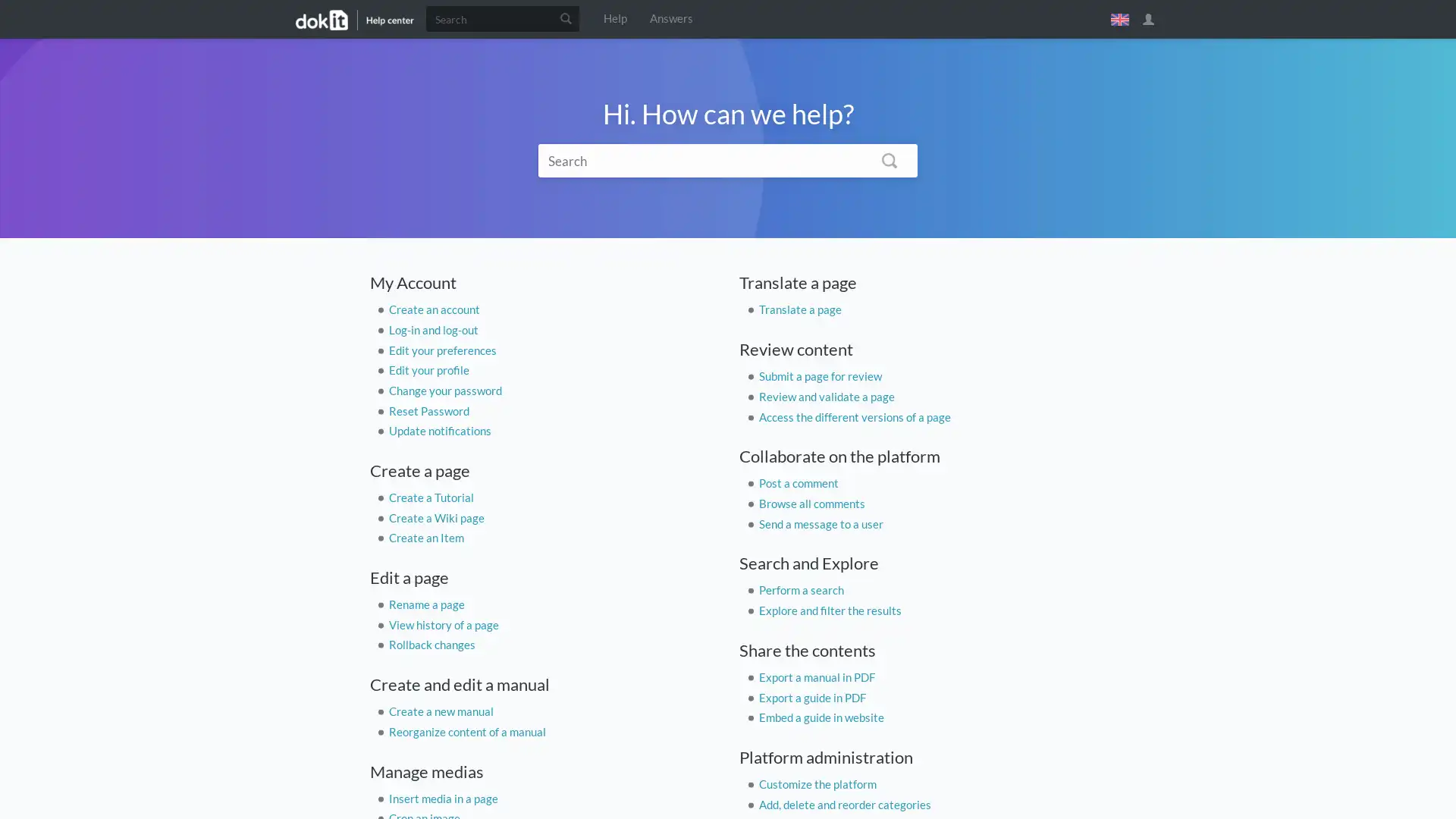  What do you see at coordinates (889, 160) in the screenshot?
I see `Search full text` at bounding box center [889, 160].